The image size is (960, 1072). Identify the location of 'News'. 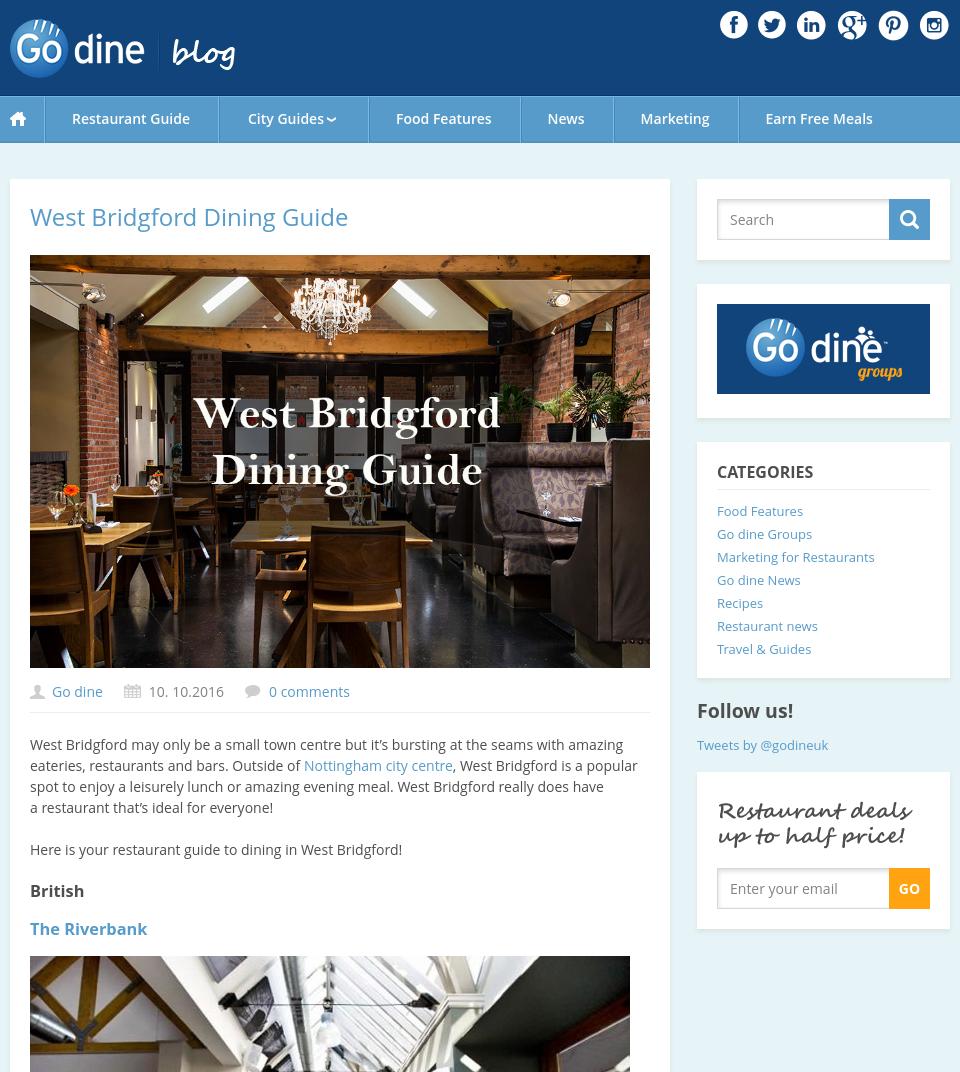
(565, 118).